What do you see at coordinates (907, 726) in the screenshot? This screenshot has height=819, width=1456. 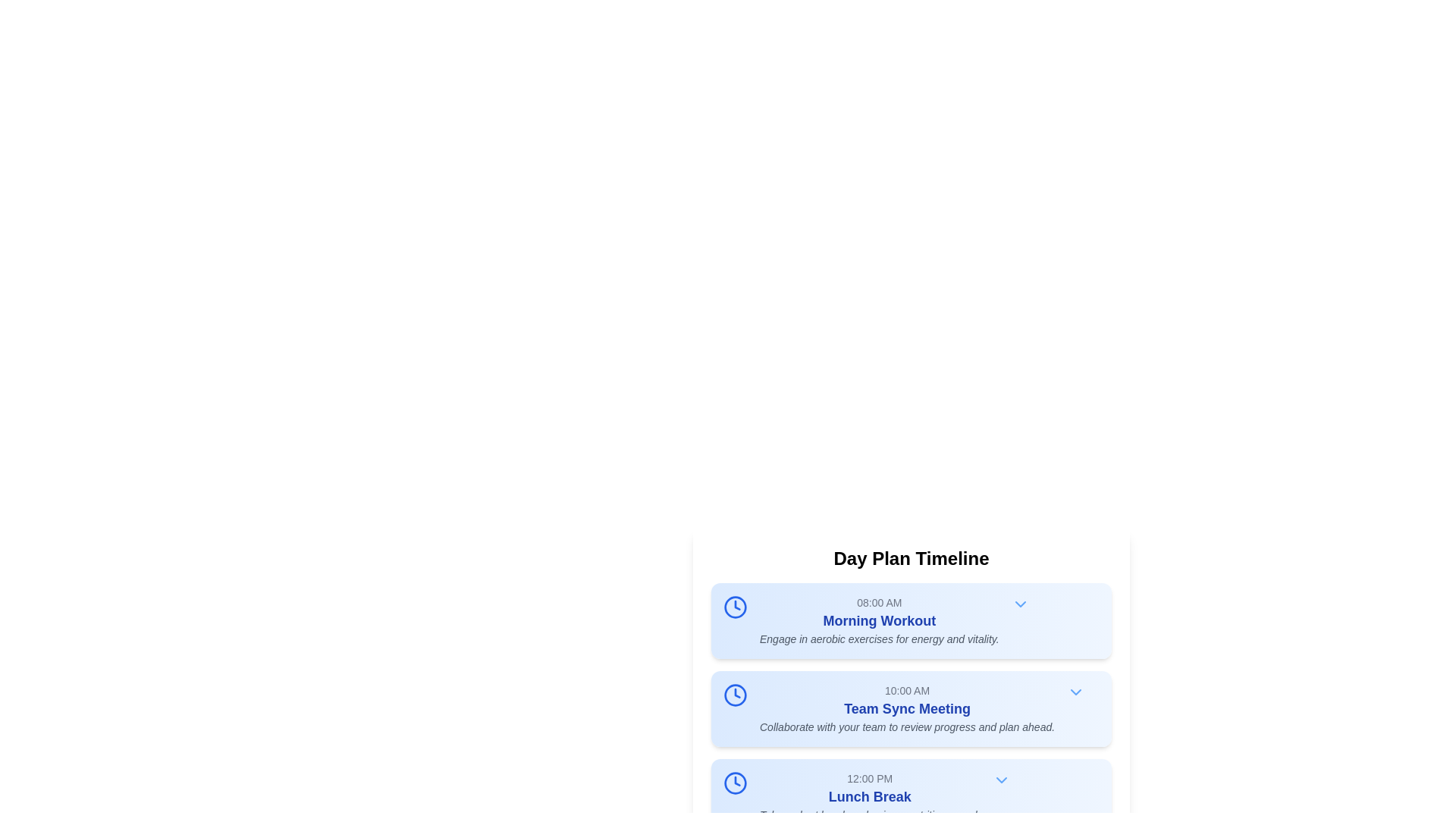 I see `the Text label that provides a brief explanatory description or additional context regarding the 'Team Sync Meeting' event, located in the 'Day Plan Timeline' section under the 'Team Sync Meeting' block` at bounding box center [907, 726].